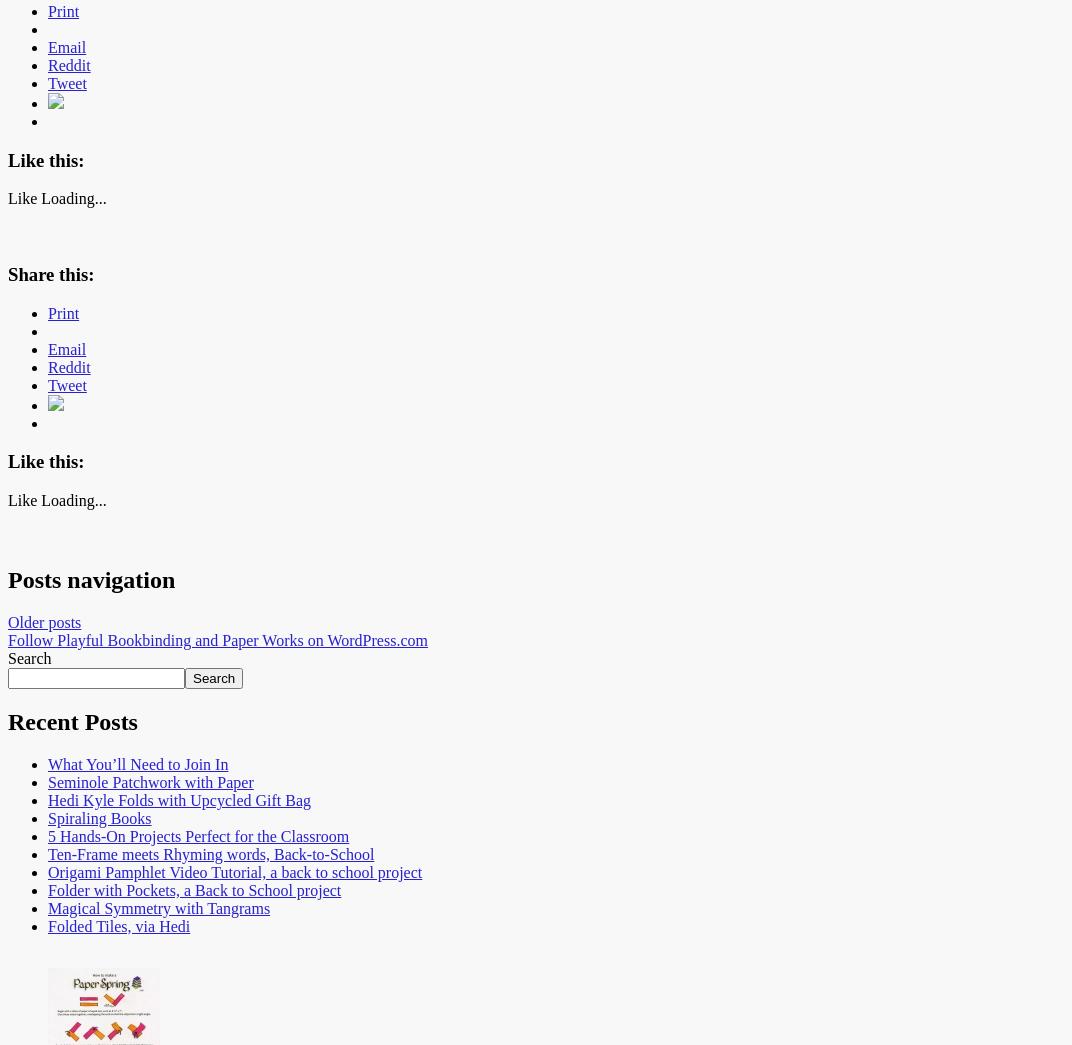 The height and width of the screenshot is (1045, 1072). Describe the element at coordinates (178, 799) in the screenshot. I see `'Hedi Kyle Folds with Upcycled Gift Bag'` at that location.